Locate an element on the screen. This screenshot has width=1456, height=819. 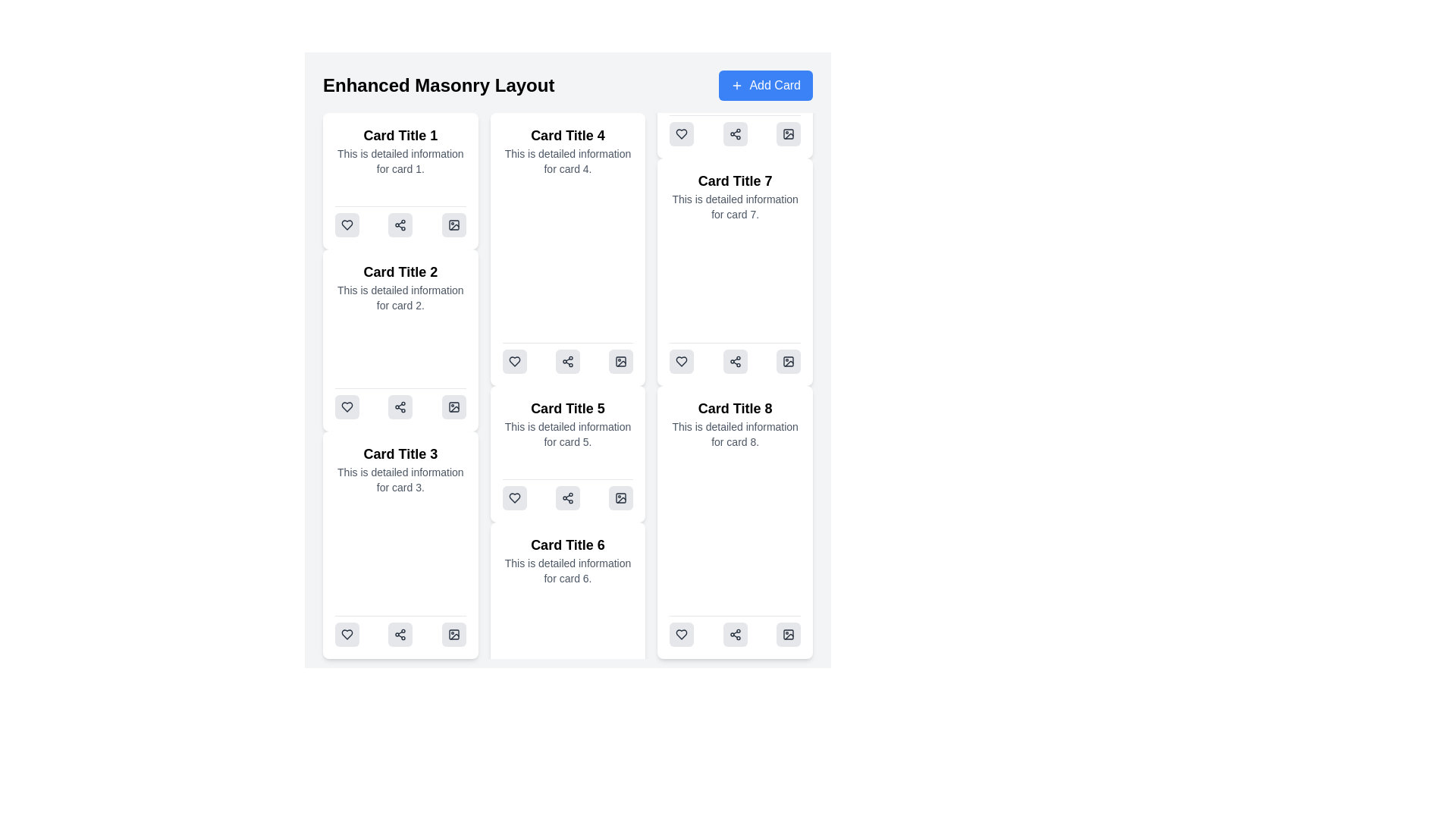
the share icon on the interactive toolbar located at the bottom of 'Card Title 4' is located at coordinates (566, 358).